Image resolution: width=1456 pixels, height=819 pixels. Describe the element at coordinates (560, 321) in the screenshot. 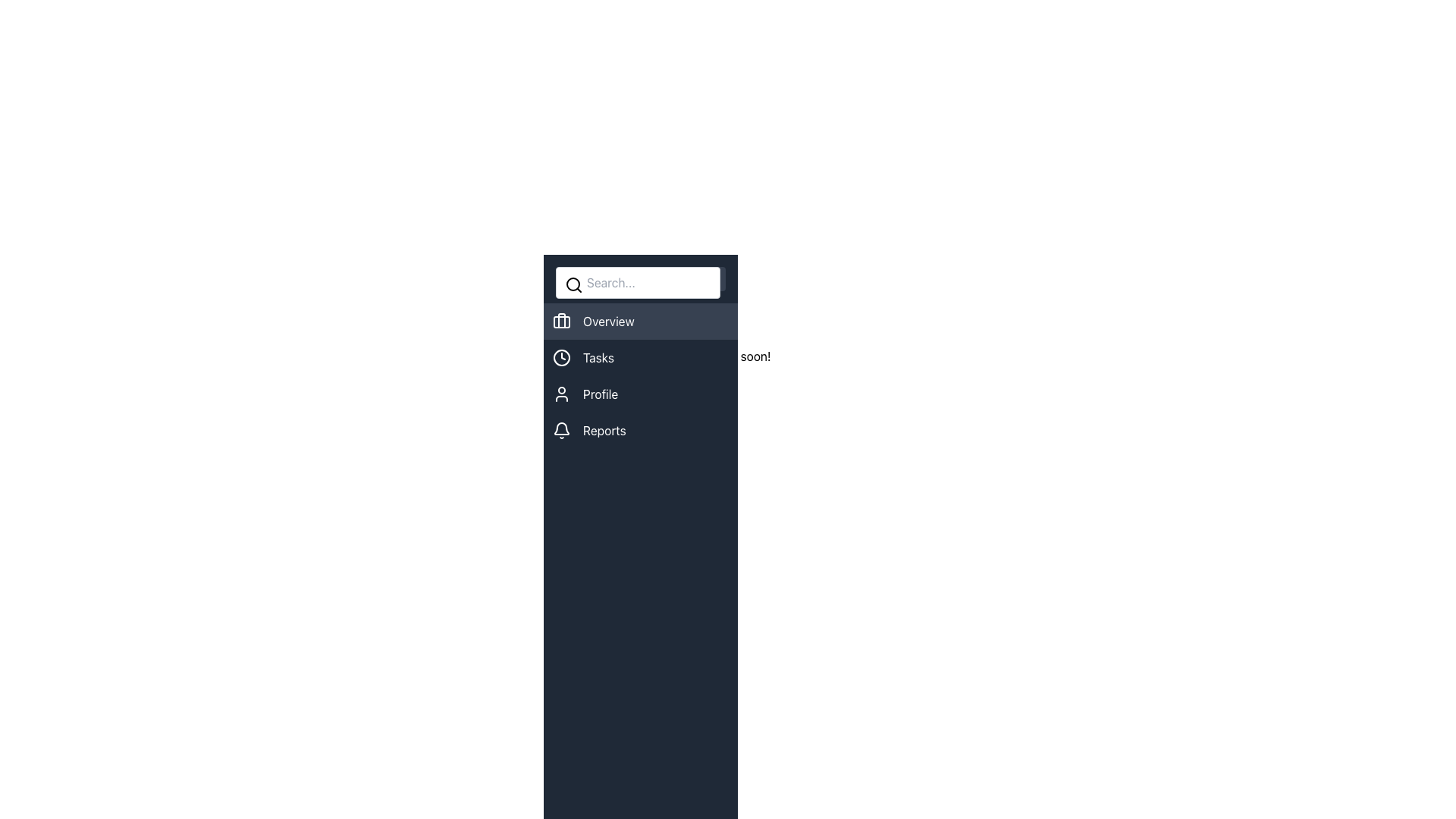

I see `the vector graphic element (rectangle) that is part of the briefcase icon located next to the 'Overview' label in the vertical navigation menu` at that location.